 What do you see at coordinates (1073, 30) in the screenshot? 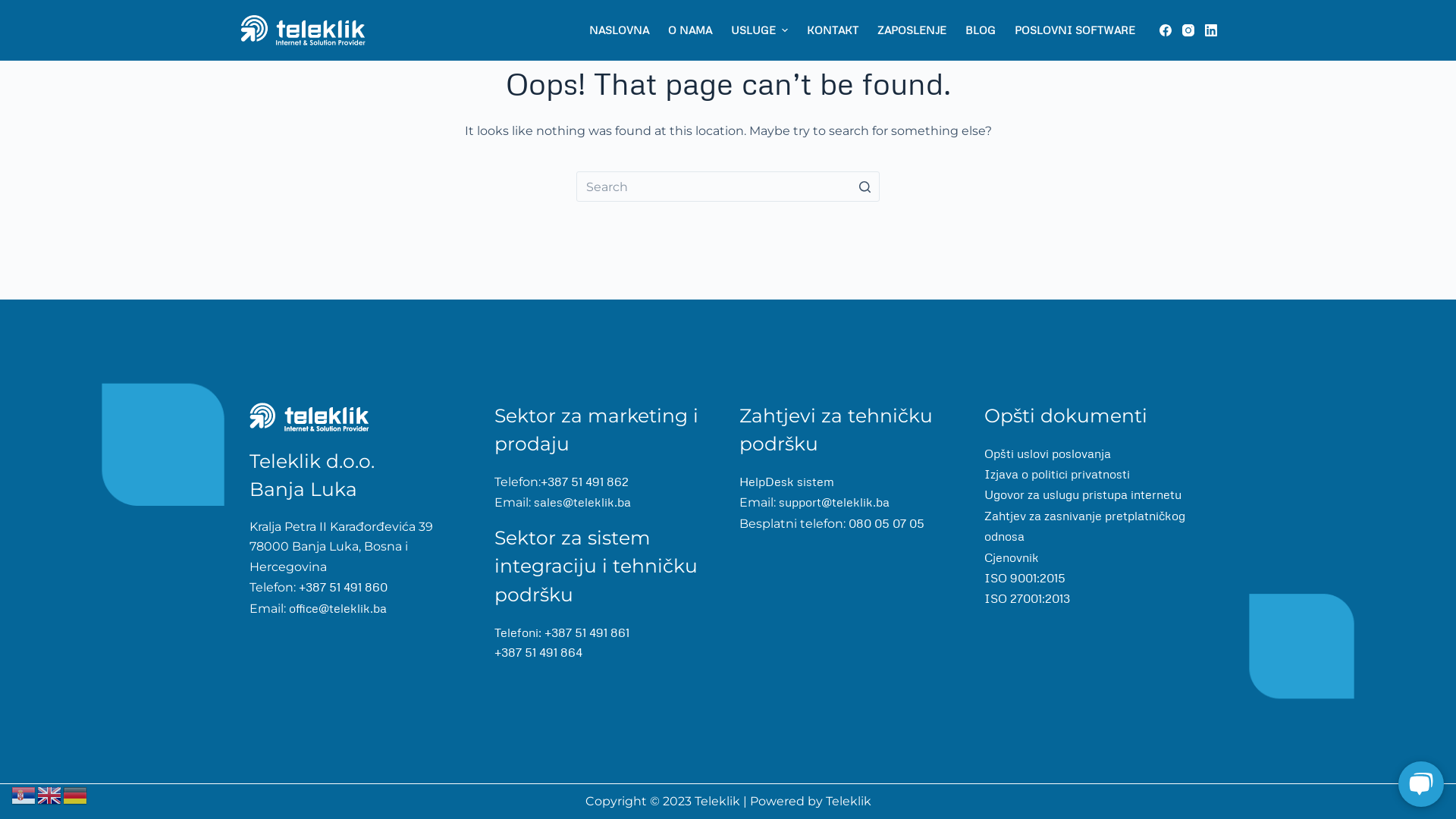
I see `'POSLOVNI SOFTWARE'` at bounding box center [1073, 30].